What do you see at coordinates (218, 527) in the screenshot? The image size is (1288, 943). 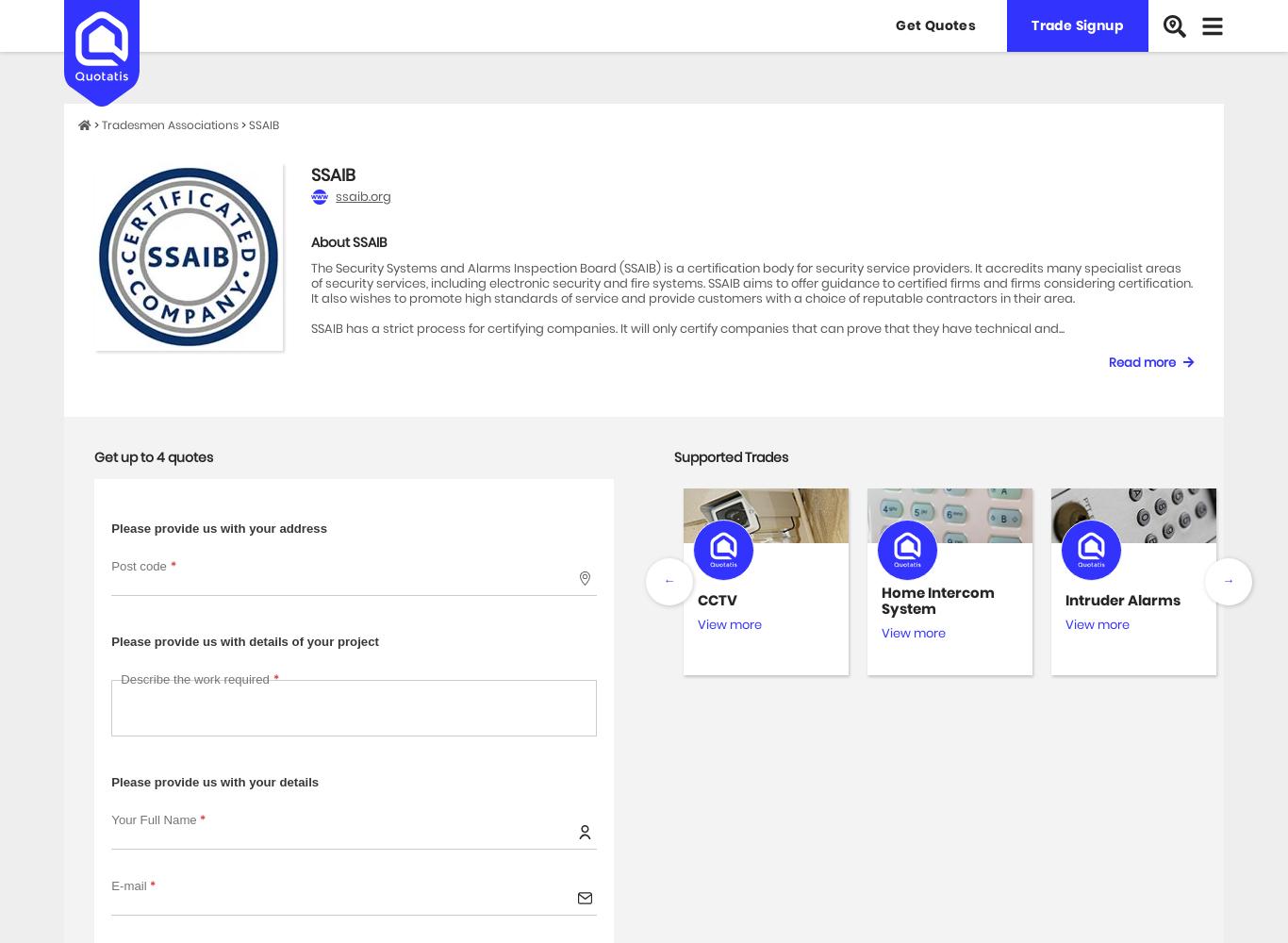 I see `'Please provide us with your address'` at bounding box center [218, 527].